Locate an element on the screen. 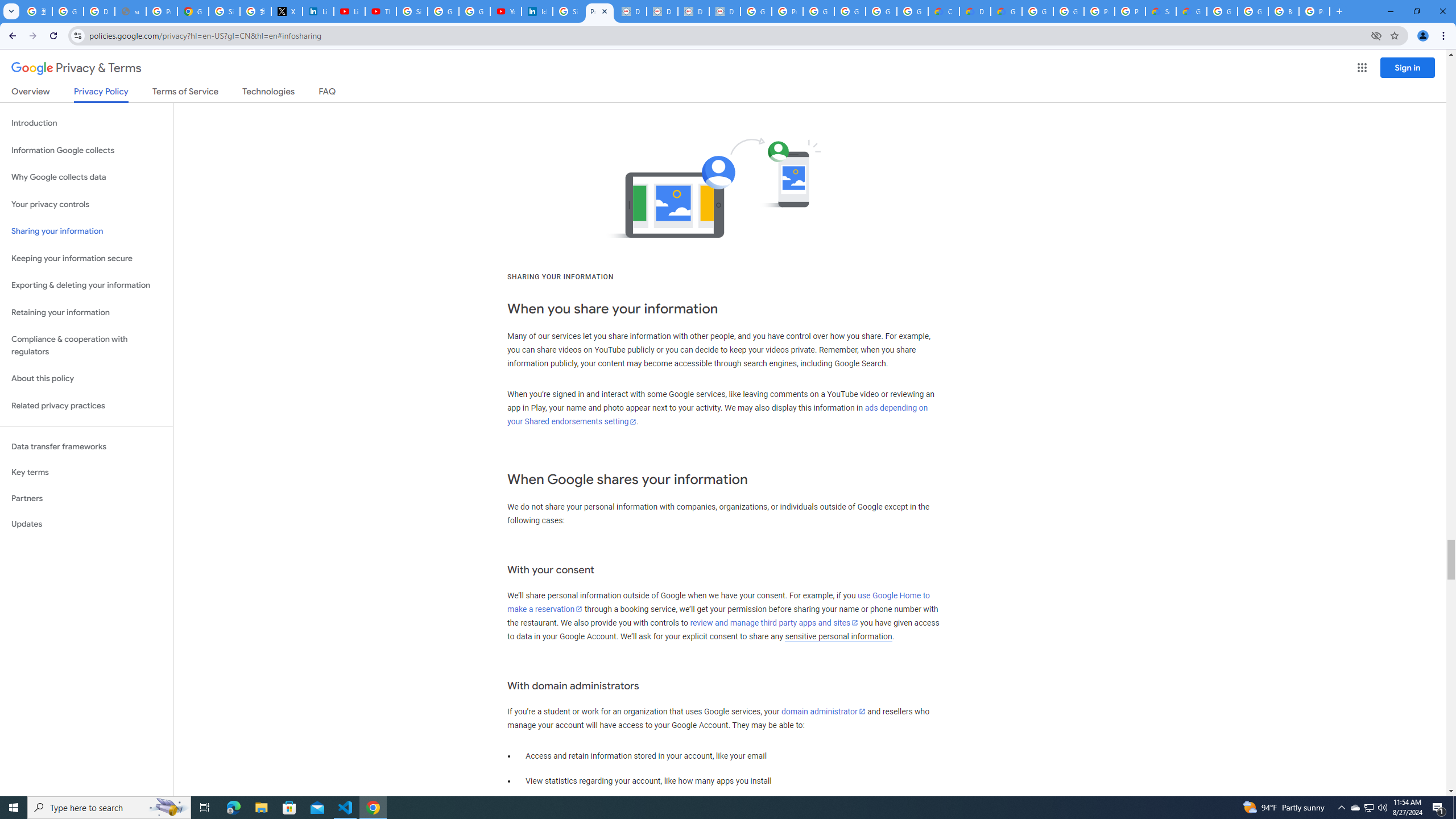 Image resolution: width=1456 pixels, height=819 pixels. 'Google Cloud Platform' is located at coordinates (1037, 11).